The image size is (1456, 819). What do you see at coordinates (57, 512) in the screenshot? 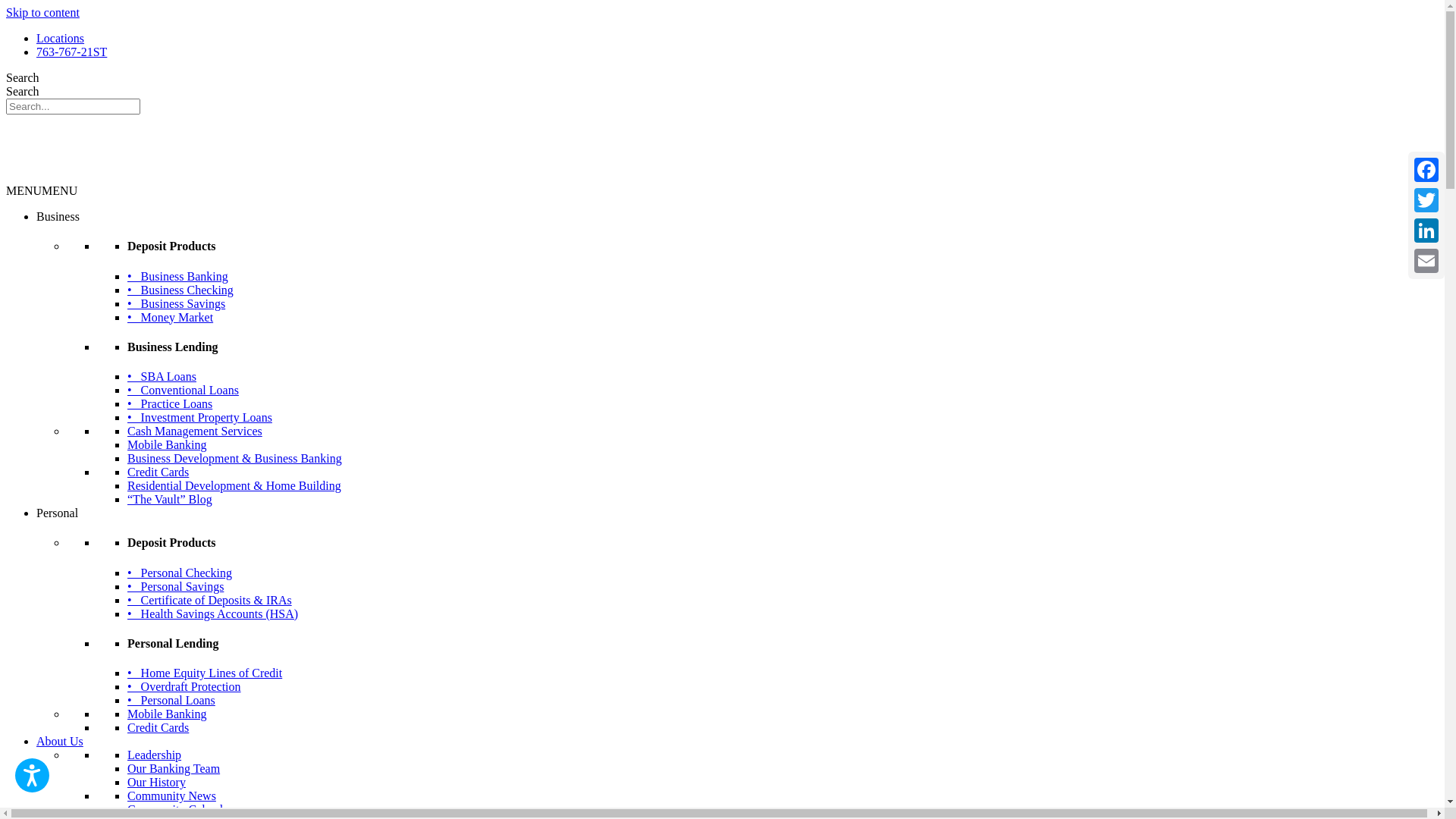
I see `'Personal'` at bounding box center [57, 512].